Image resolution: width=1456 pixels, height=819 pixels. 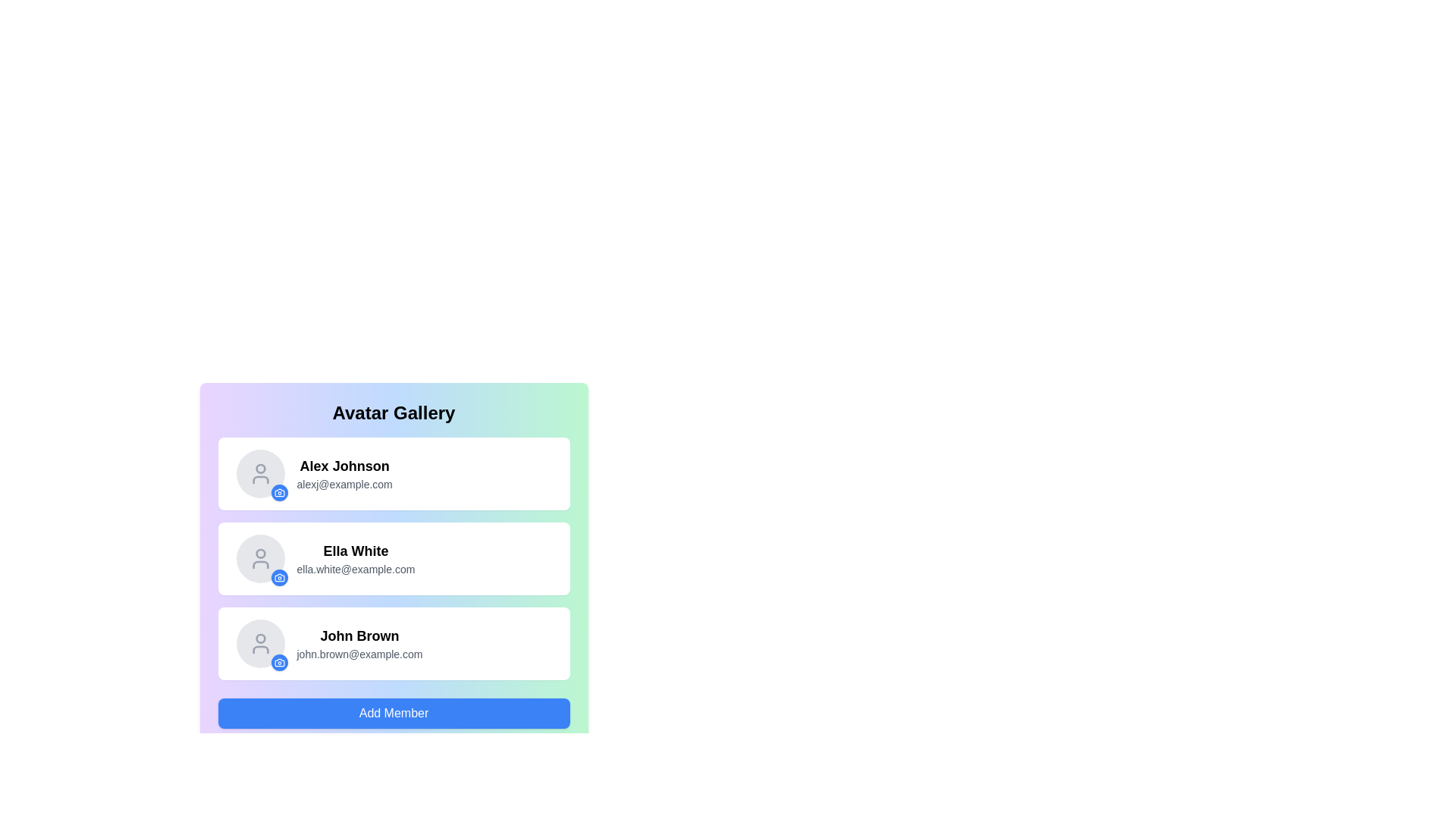 What do you see at coordinates (355, 570) in the screenshot?
I see `email address text snippet 'ella.white@example.com' displayed in a small, gray font below the name label 'Ella White' in the Avatar Gallery interface` at bounding box center [355, 570].